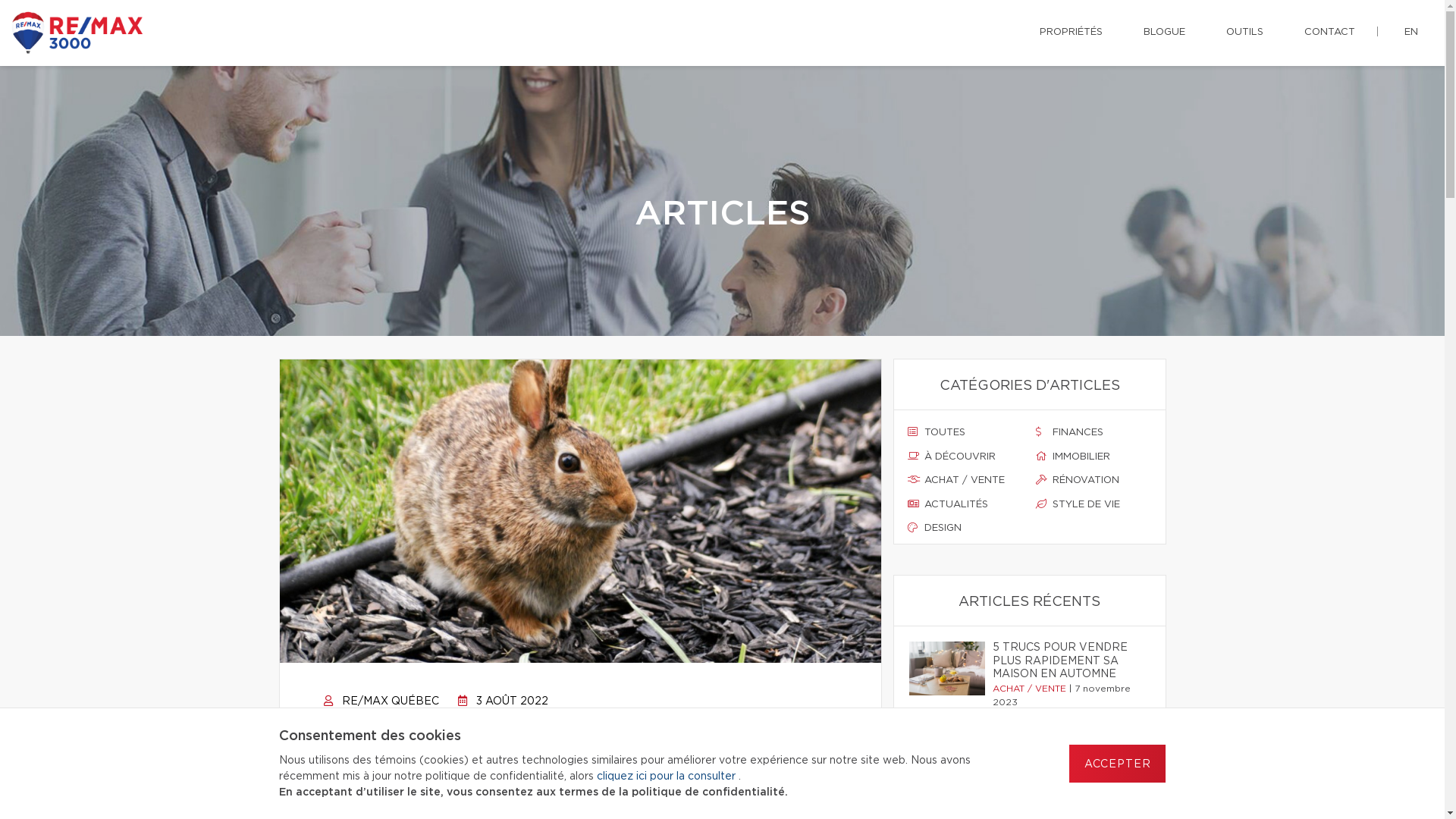 This screenshot has width=1456, height=819. What do you see at coordinates (1068, 763) in the screenshot?
I see `'ACCEPTER'` at bounding box center [1068, 763].